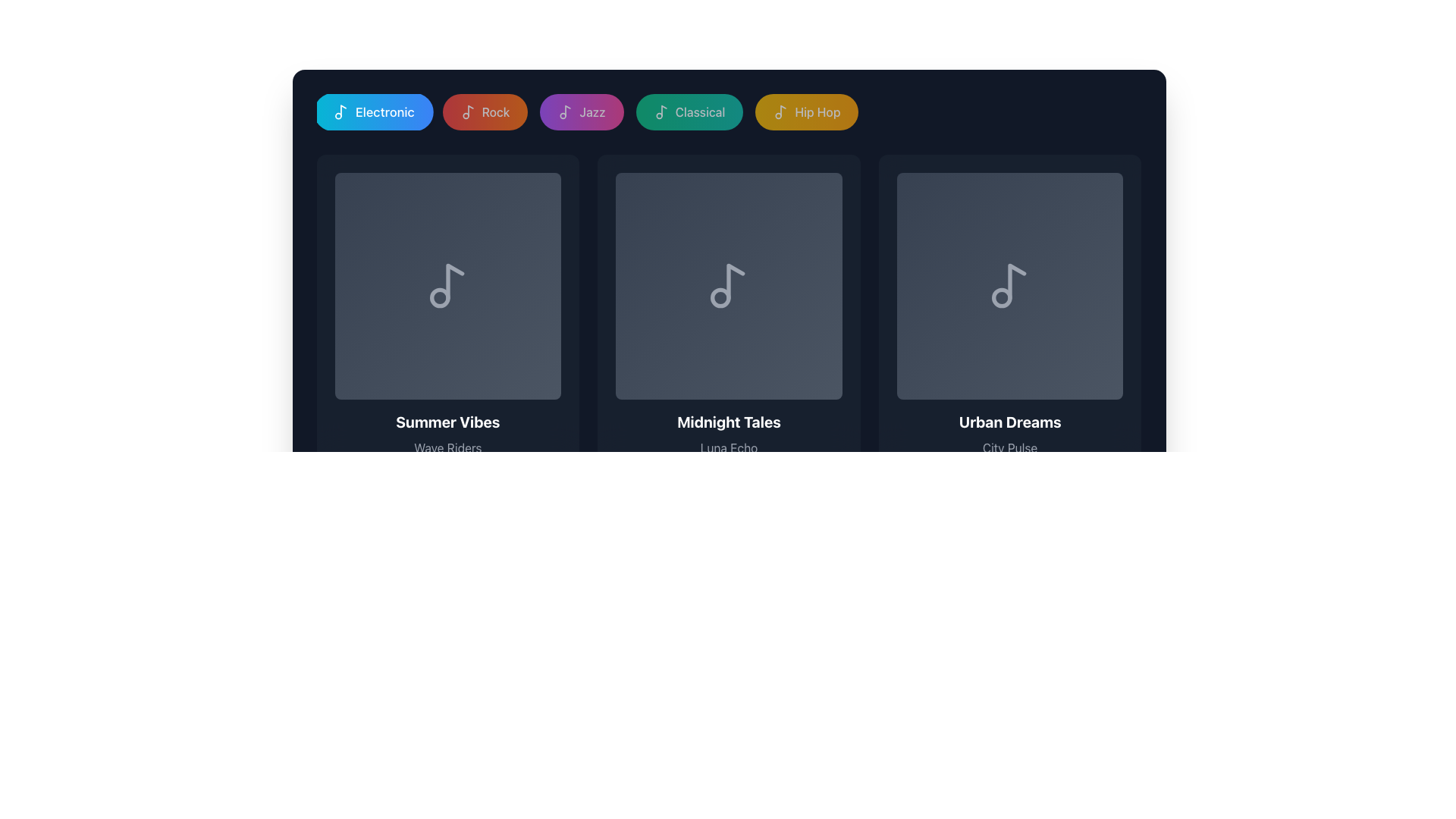 The height and width of the screenshot is (819, 1456). I want to click on the 'Jazz' category filter button to change its opacity, which is the third button in a horizontal list located between the 'Rock' and 'Classical' buttons, so click(581, 111).